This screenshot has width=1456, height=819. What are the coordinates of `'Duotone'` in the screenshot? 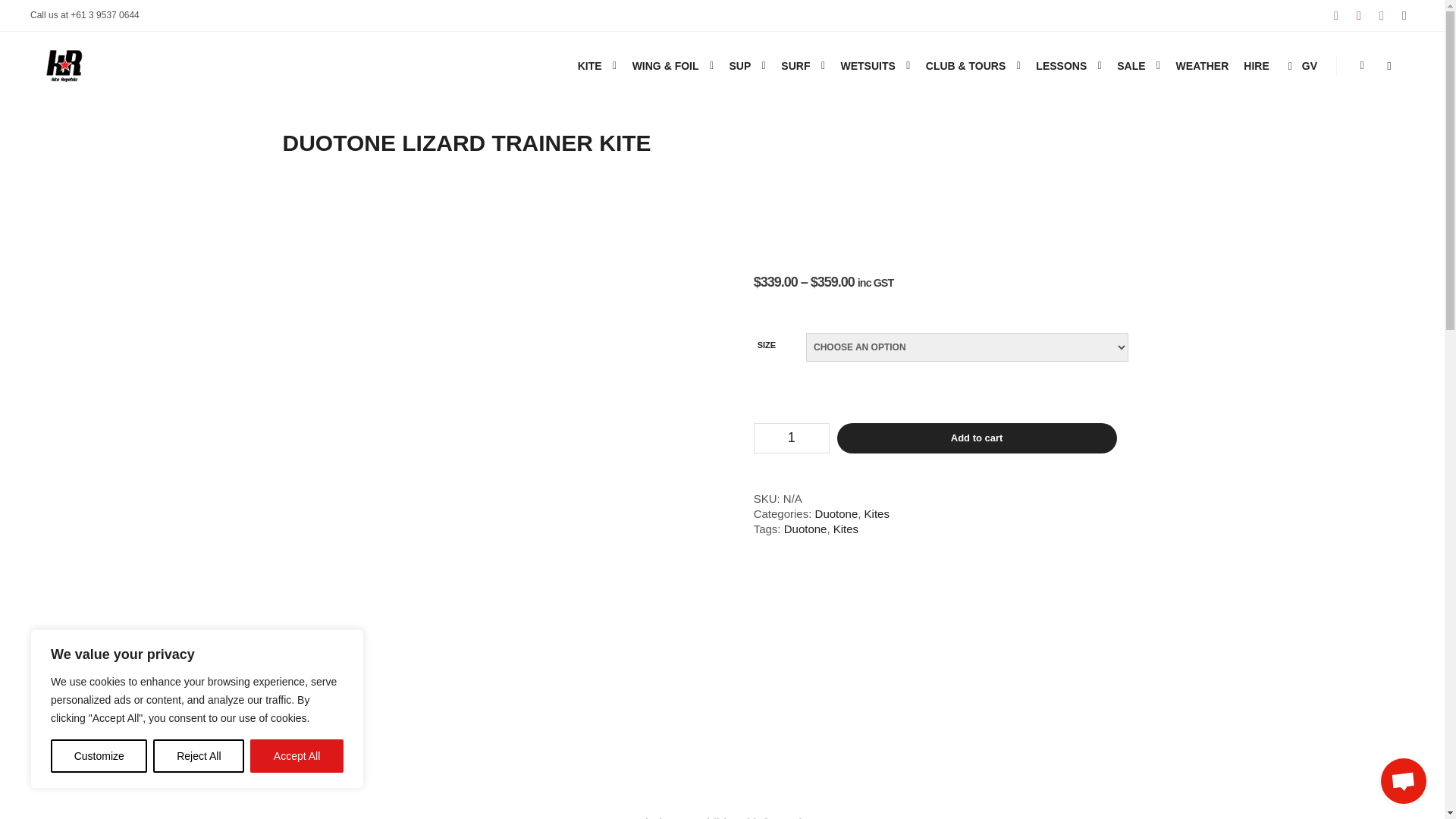 It's located at (783, 528).